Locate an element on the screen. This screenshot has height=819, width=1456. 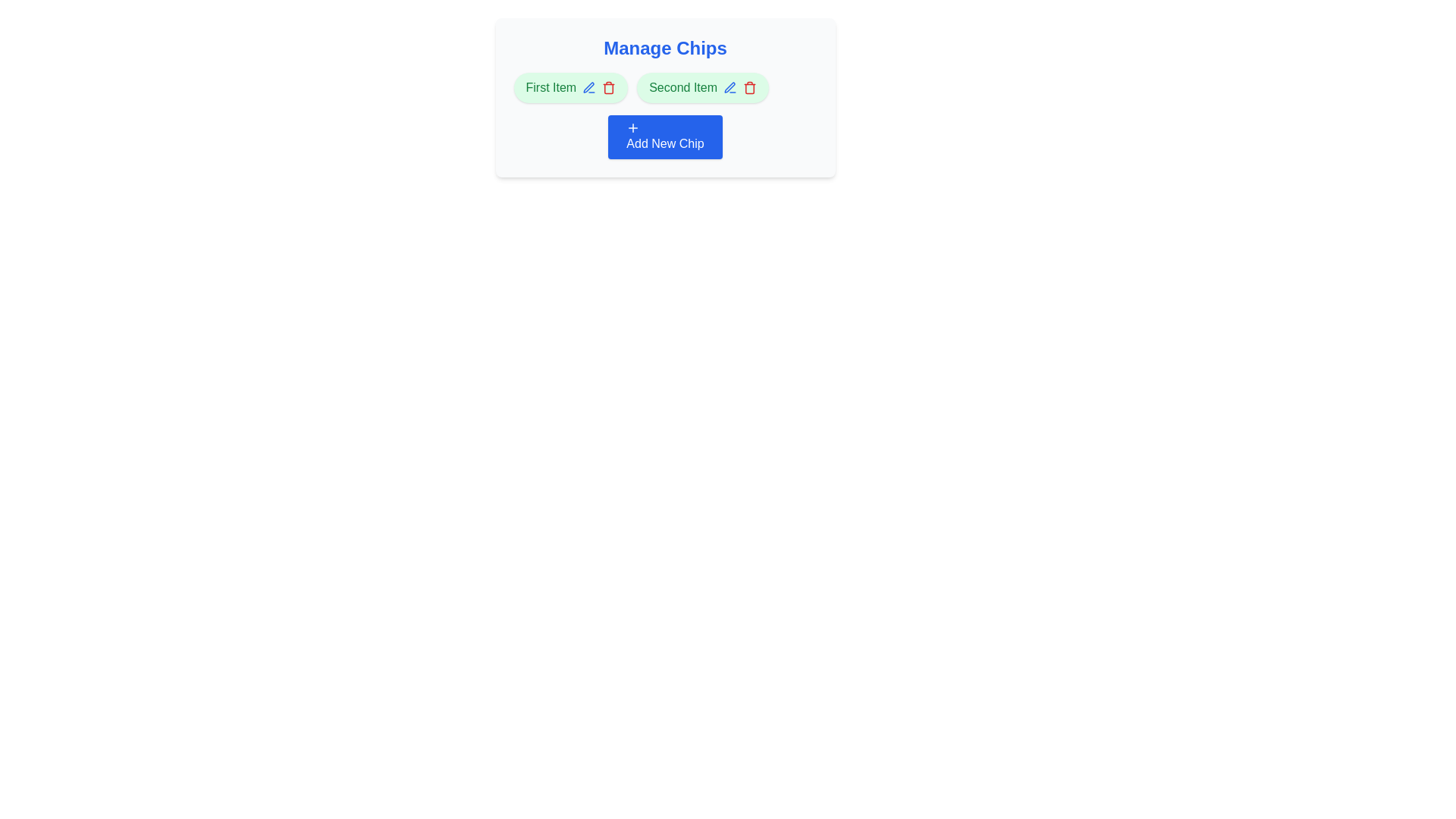
the chip labeled First Item by clicking the trash icon next to it is located at coordinates (609, 87).